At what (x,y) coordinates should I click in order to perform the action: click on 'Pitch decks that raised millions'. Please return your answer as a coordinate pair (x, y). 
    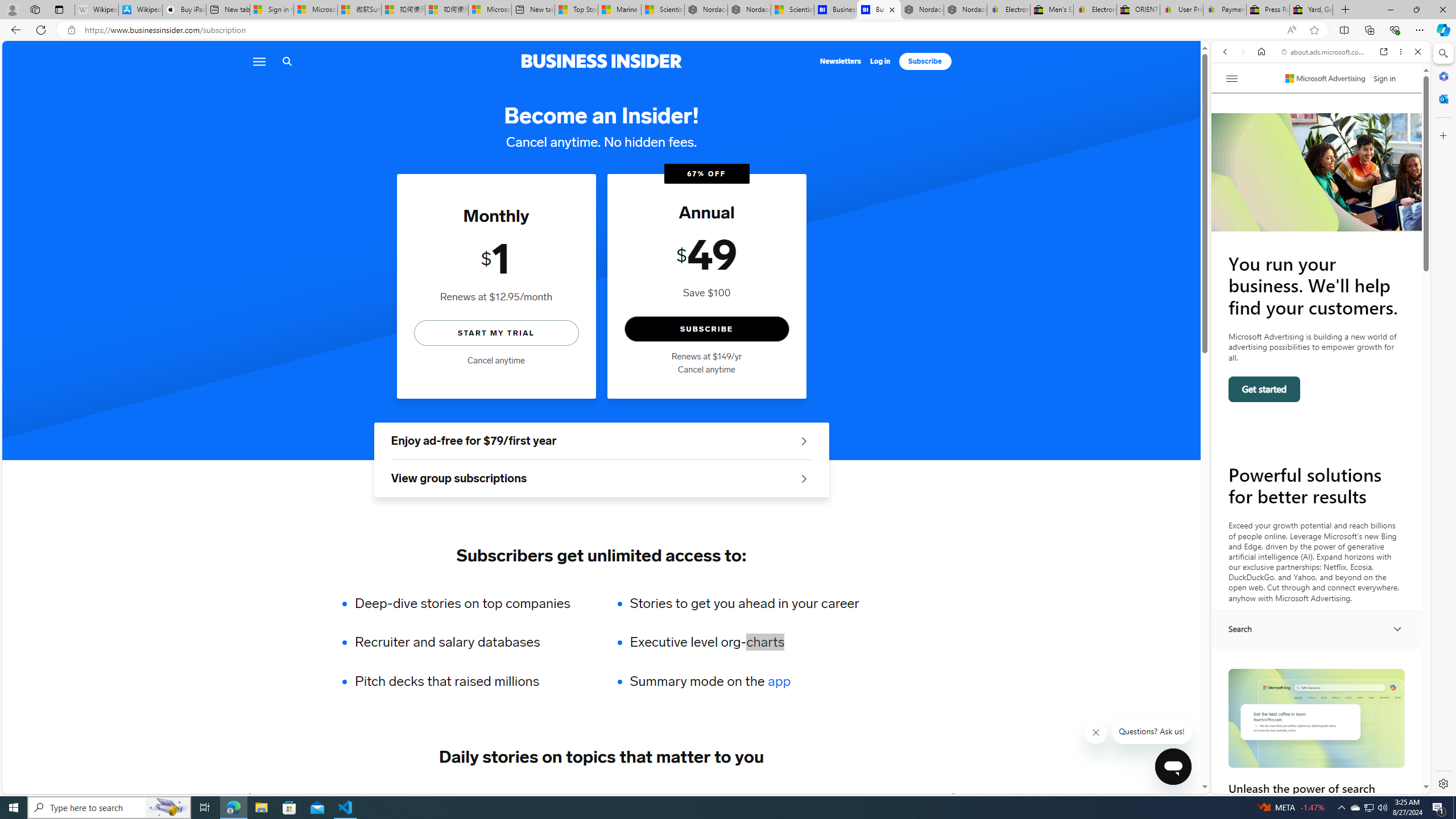
    Looking at the image, I should click on (470, 681).